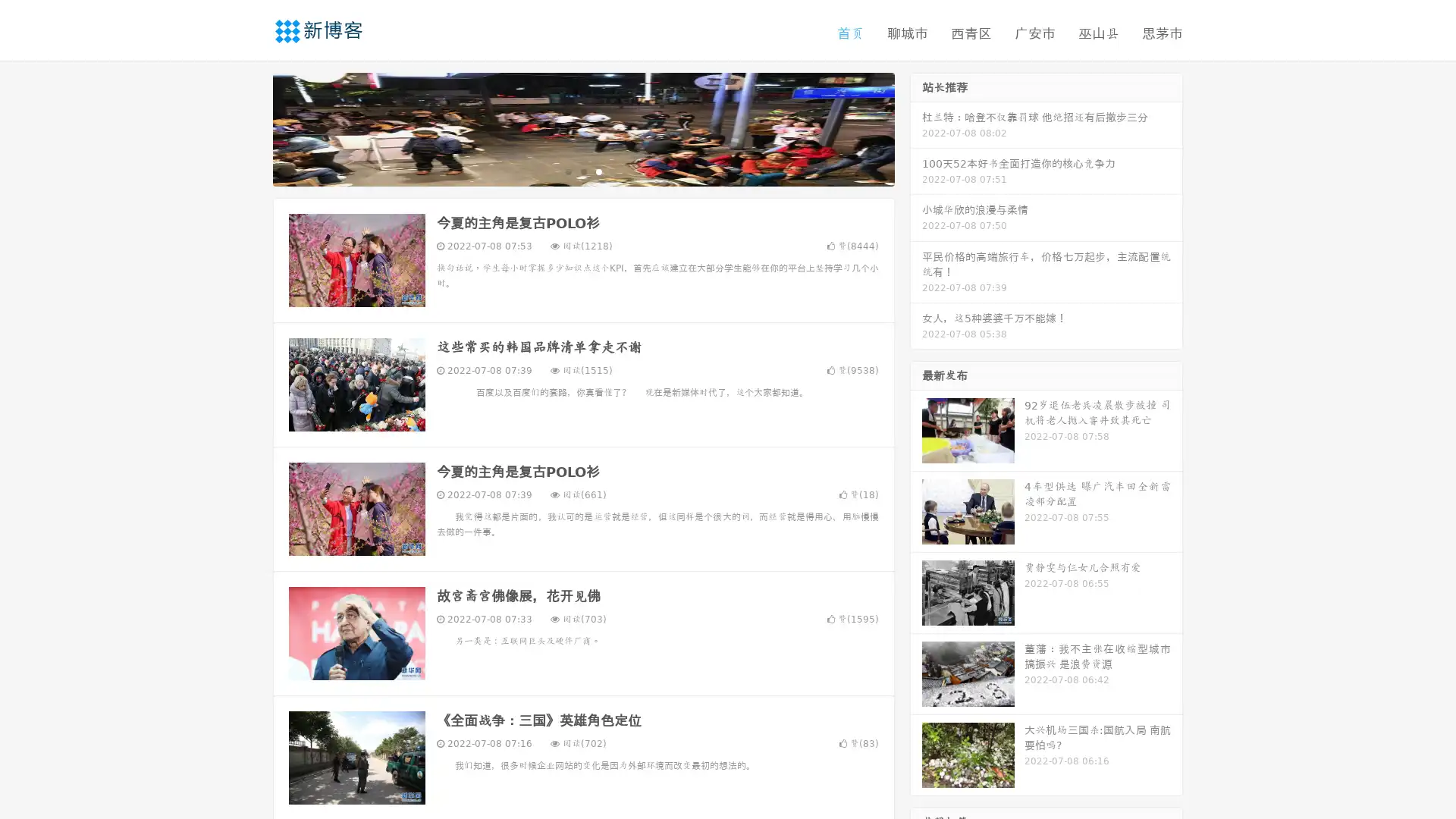  Describe the element at coordinates (916, 127) in the screenshot. I see `Next slide` at that location.